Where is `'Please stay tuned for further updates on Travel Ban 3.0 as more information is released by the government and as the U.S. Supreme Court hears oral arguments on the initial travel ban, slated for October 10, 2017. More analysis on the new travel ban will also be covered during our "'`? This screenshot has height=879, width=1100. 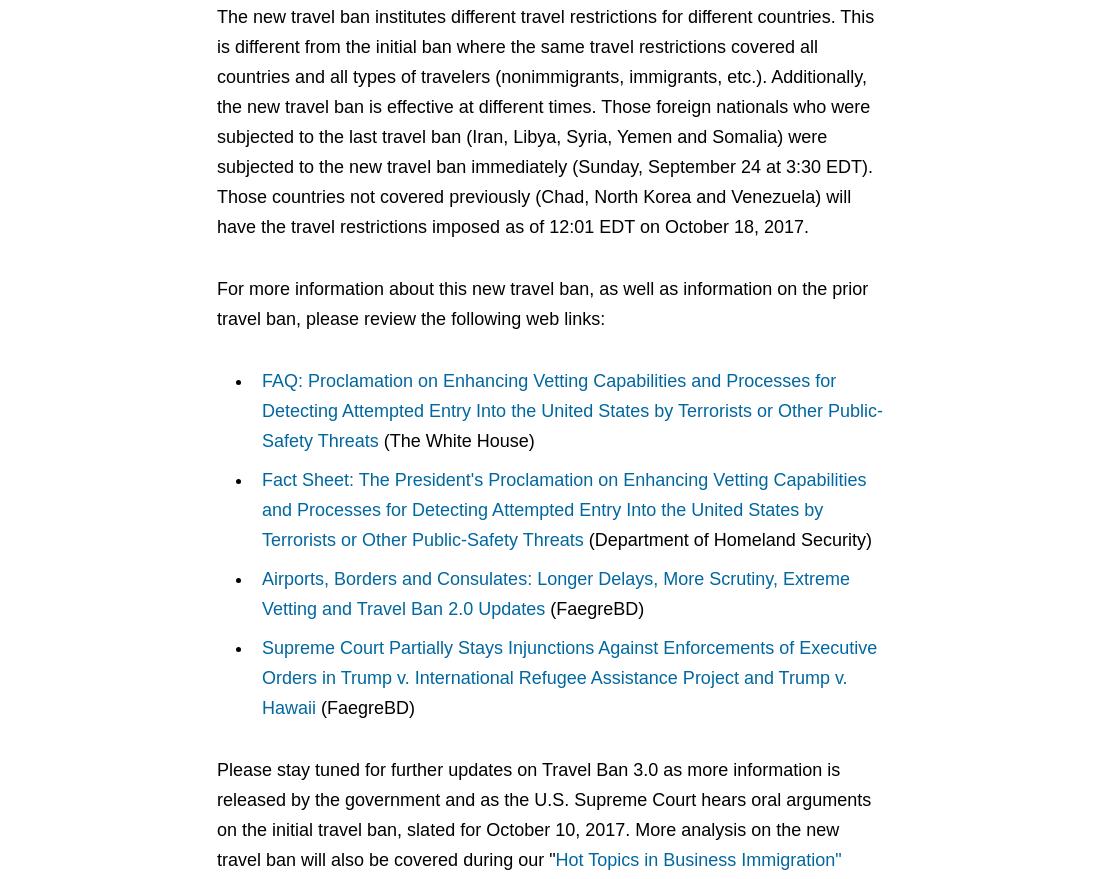
'Please stay tuned for further updates on Travel Ban 3.0 as more information is released by the government and as the U.S. Supreme Court hears oral arguments on the initial travel ban, slated for October 10, 2017. More analysis on the new travel ban will also be covered during our "' is located at coordinates (217, 813).